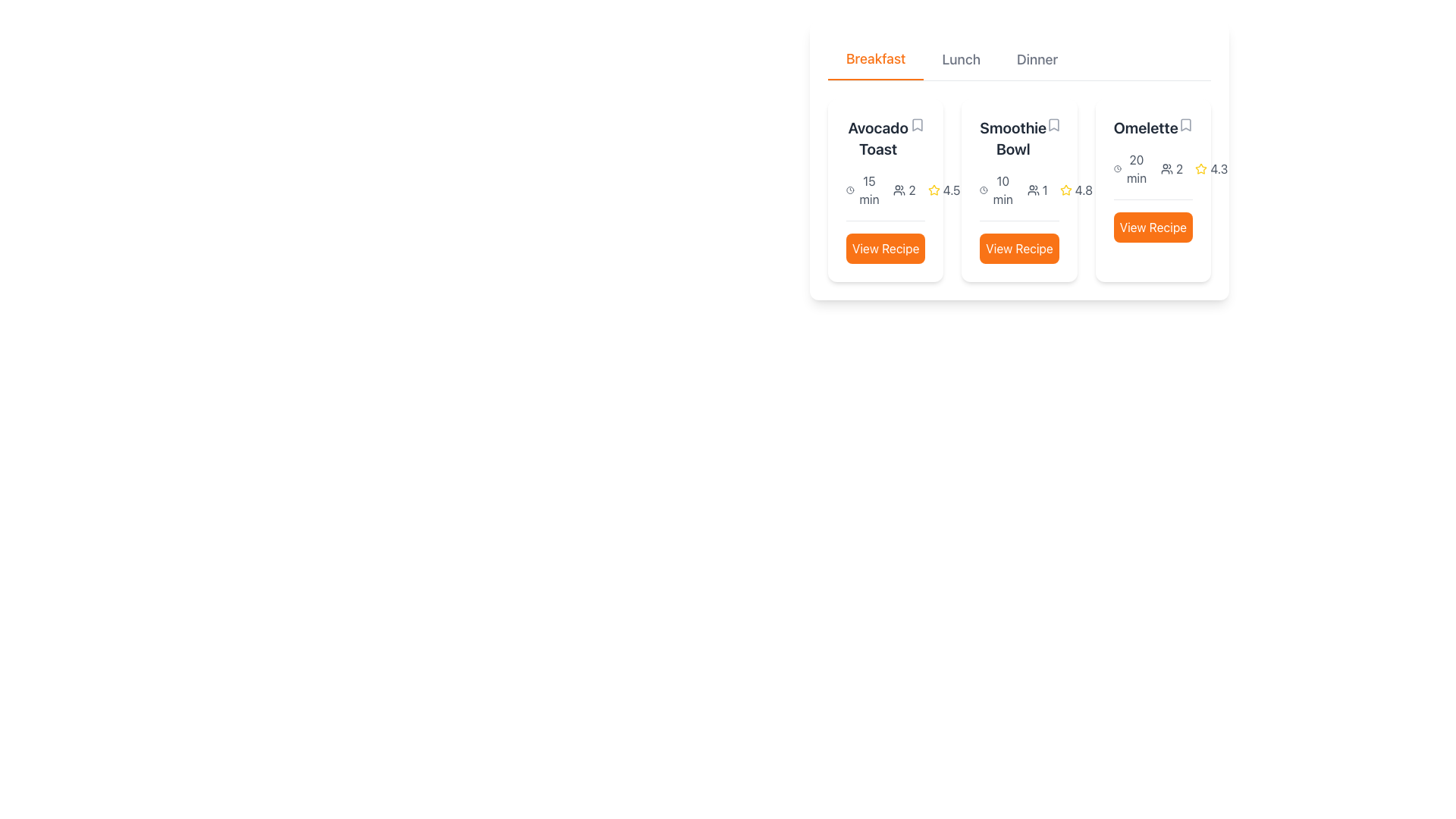 This screenshot has height=819, width=1456. What do you see at coordinates (1053, 124) in the screenshot?
I see `the bookmark icon button located adjacent to the 'Smoothie Bowl' text in the second card of the 'Breakfast' section` at bounding box center [1053, 124].